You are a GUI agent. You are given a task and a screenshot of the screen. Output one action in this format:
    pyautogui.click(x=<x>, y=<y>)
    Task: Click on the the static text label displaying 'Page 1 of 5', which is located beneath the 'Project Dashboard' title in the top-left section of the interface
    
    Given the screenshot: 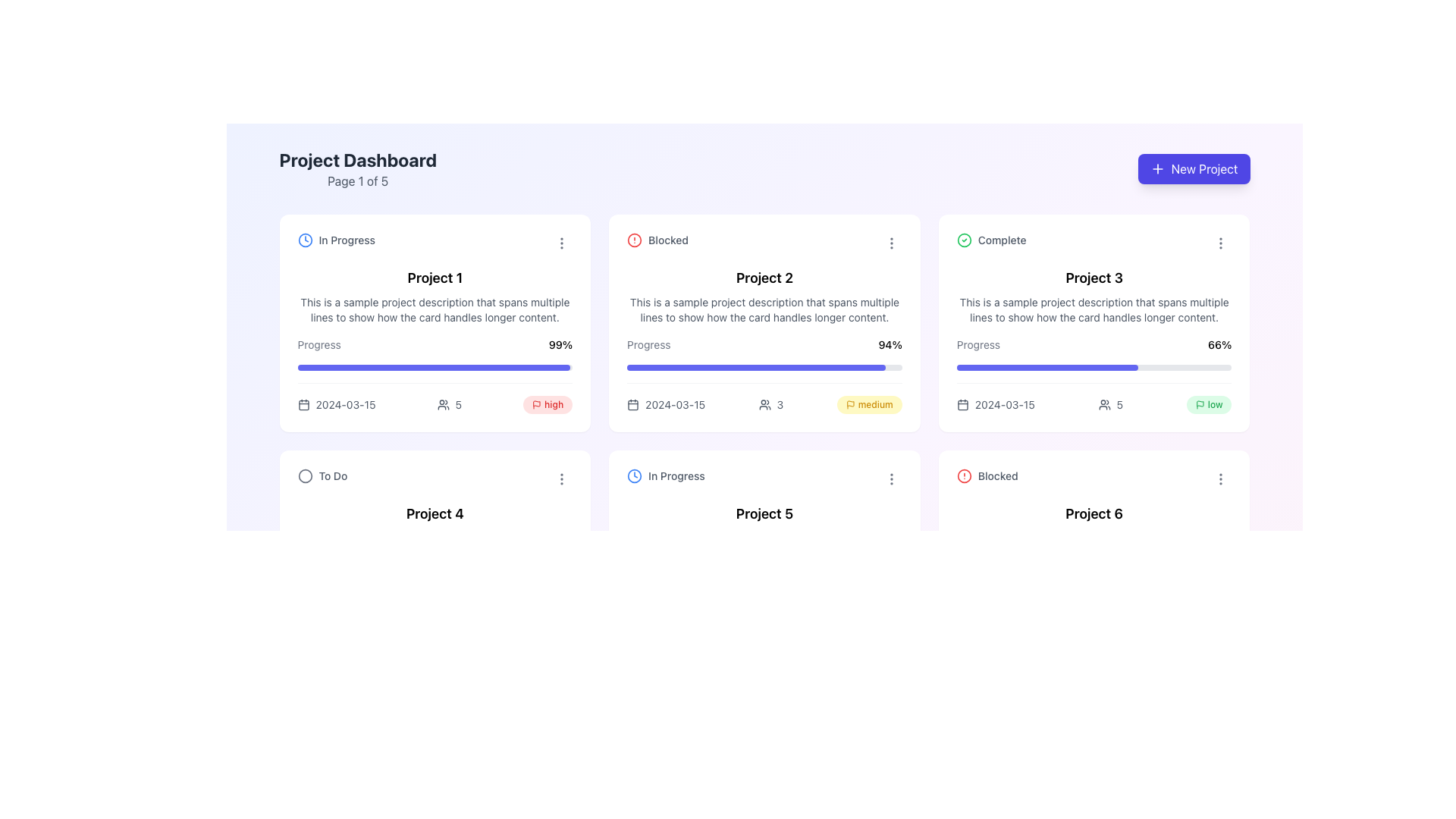 What is the action you would take?
    pyautogui.click(x=357, y=180)
    